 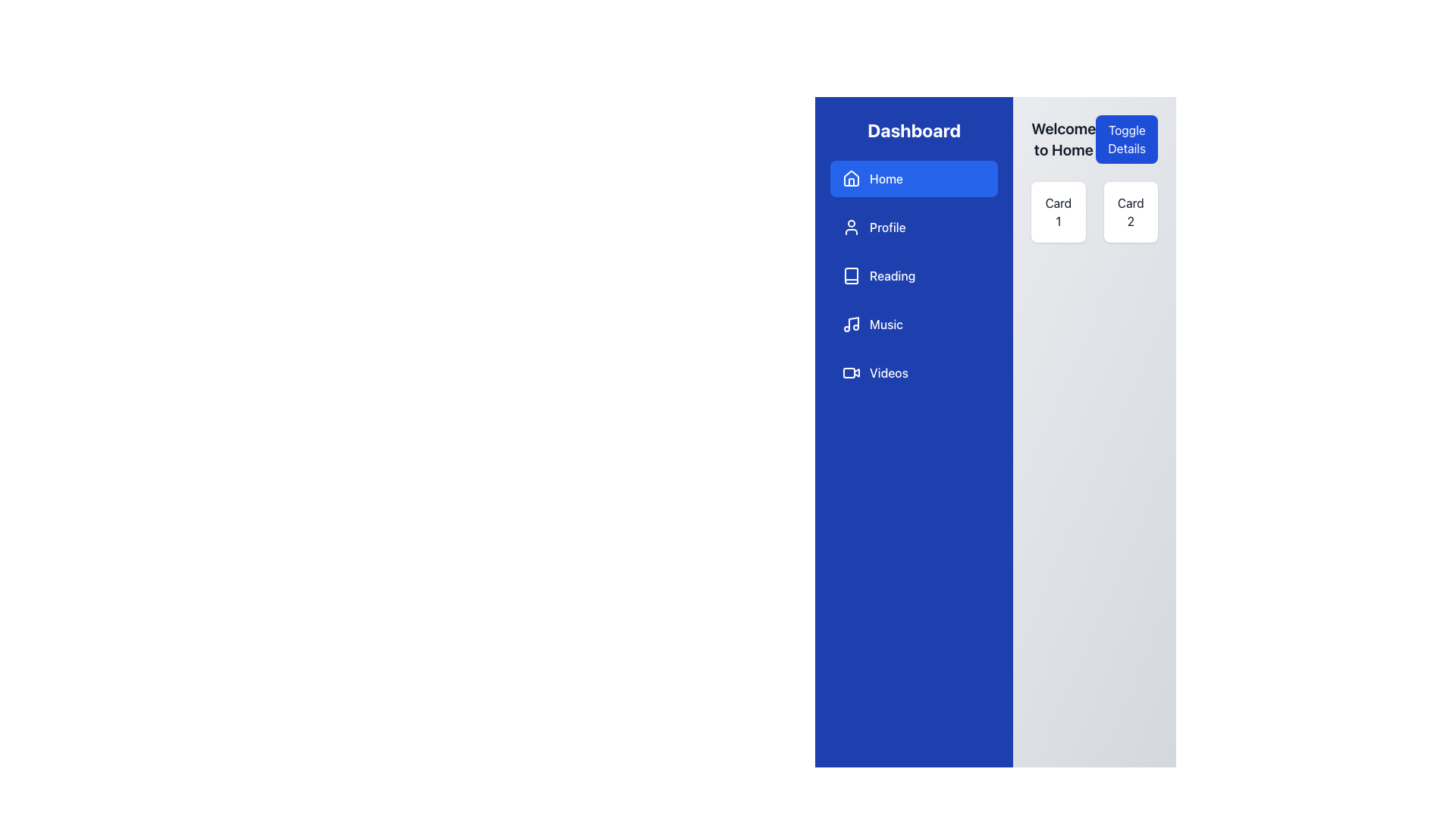 What do you see at coordinates (852, 177) in the screenshot?
I see `the simplified house icon representing the 'Home' button located at the top of the vertical navigation menu on the left side of the application interface` at bounding box center [852, 177].